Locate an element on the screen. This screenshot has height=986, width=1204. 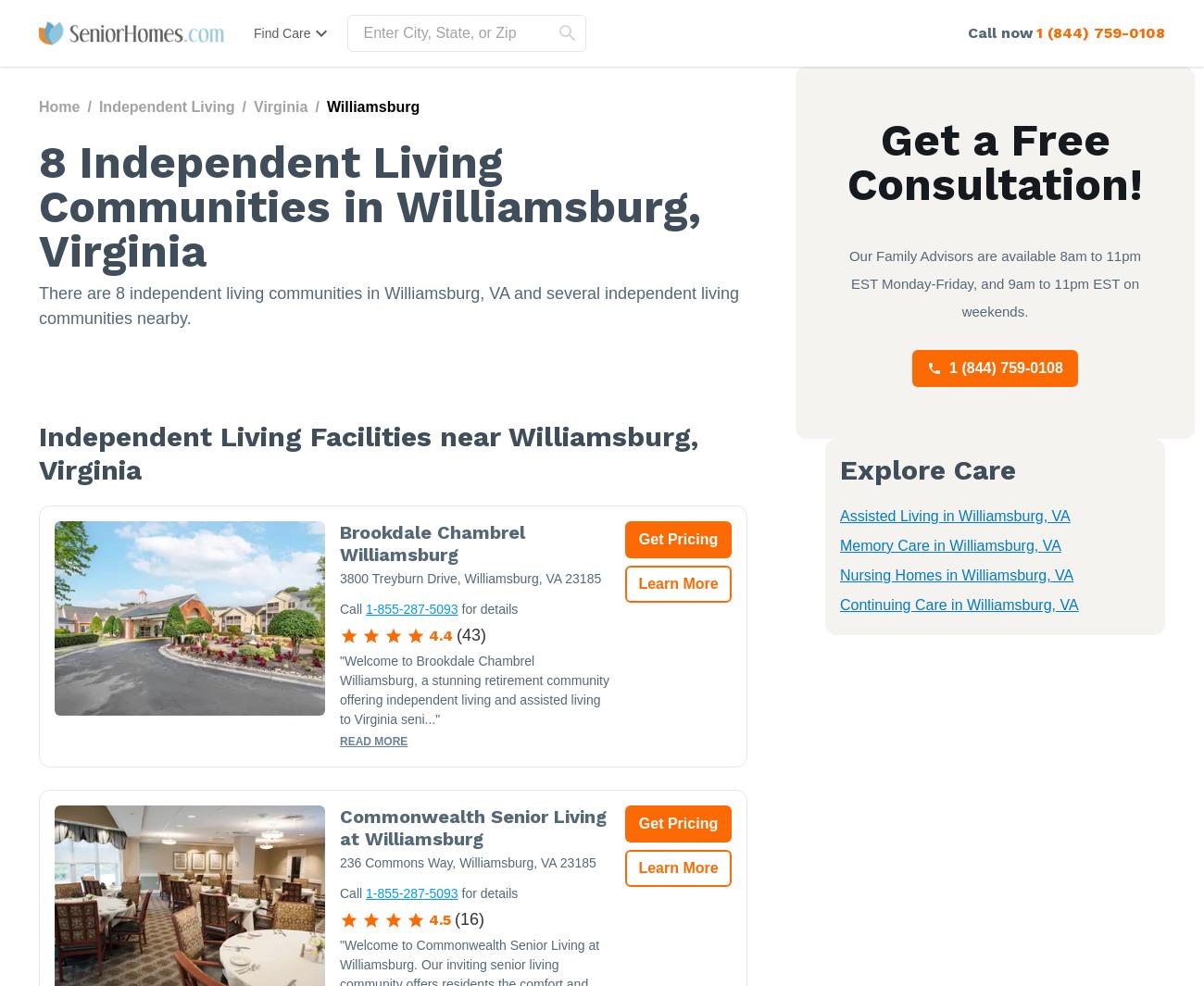
'Brookdale Chambrel Williamsburg' is located at coordinates (431, 543).